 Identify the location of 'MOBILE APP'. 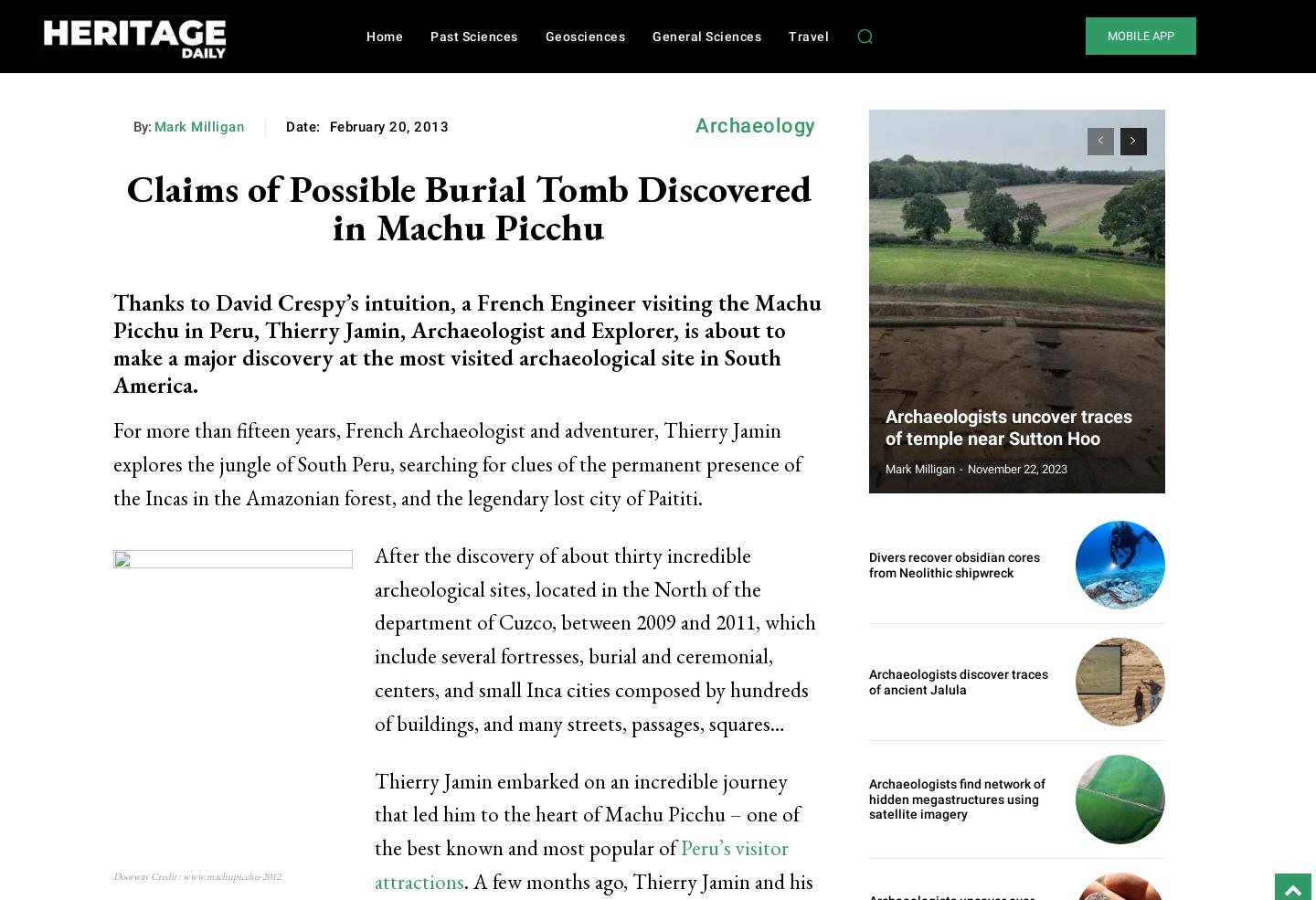
(1139, 35).